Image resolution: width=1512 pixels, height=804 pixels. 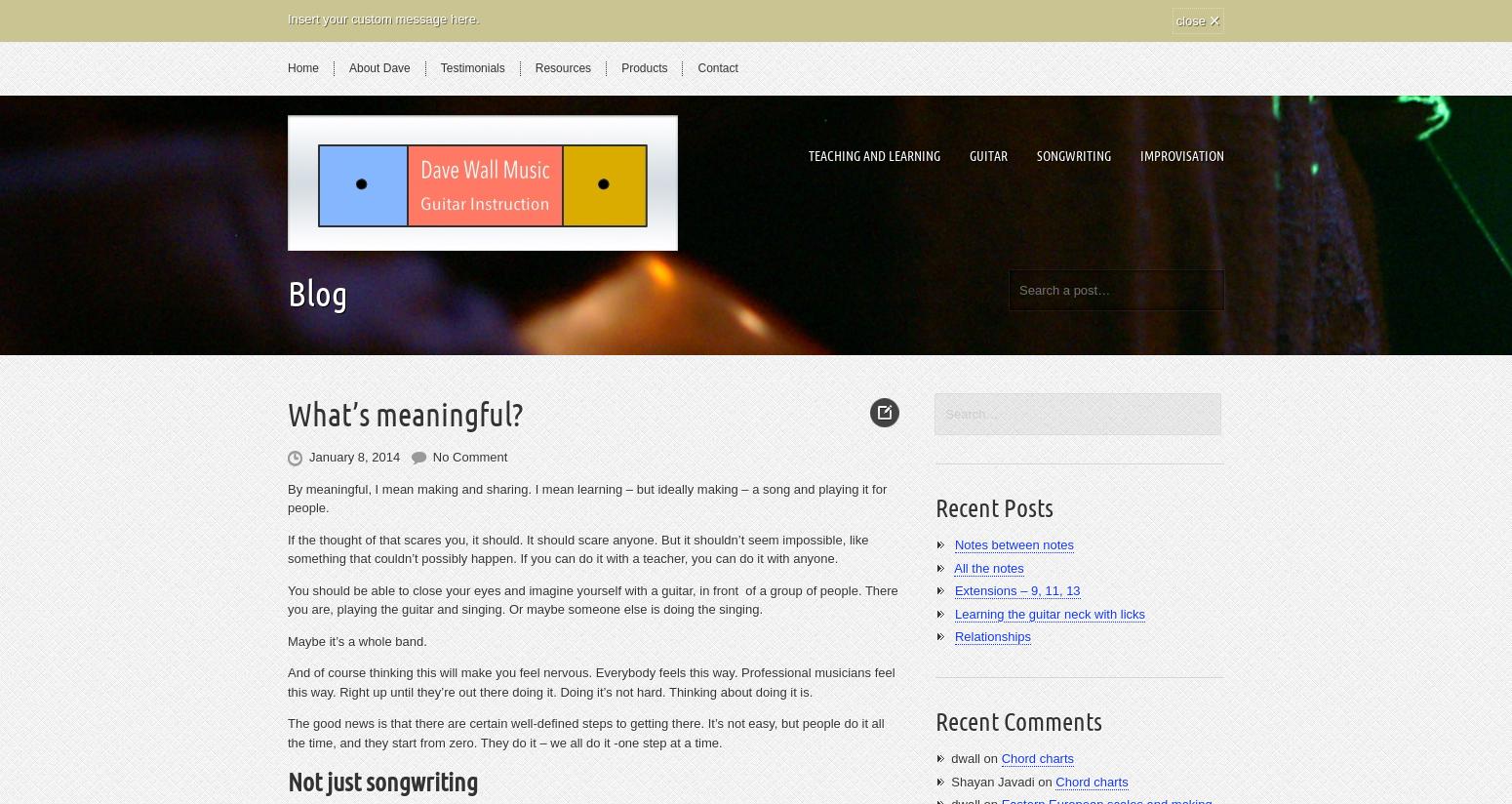 What do you see at coordinates (1018, 721) in the screenshot?
I see `'Recent Comments'` at bounding box center [1018, 721].